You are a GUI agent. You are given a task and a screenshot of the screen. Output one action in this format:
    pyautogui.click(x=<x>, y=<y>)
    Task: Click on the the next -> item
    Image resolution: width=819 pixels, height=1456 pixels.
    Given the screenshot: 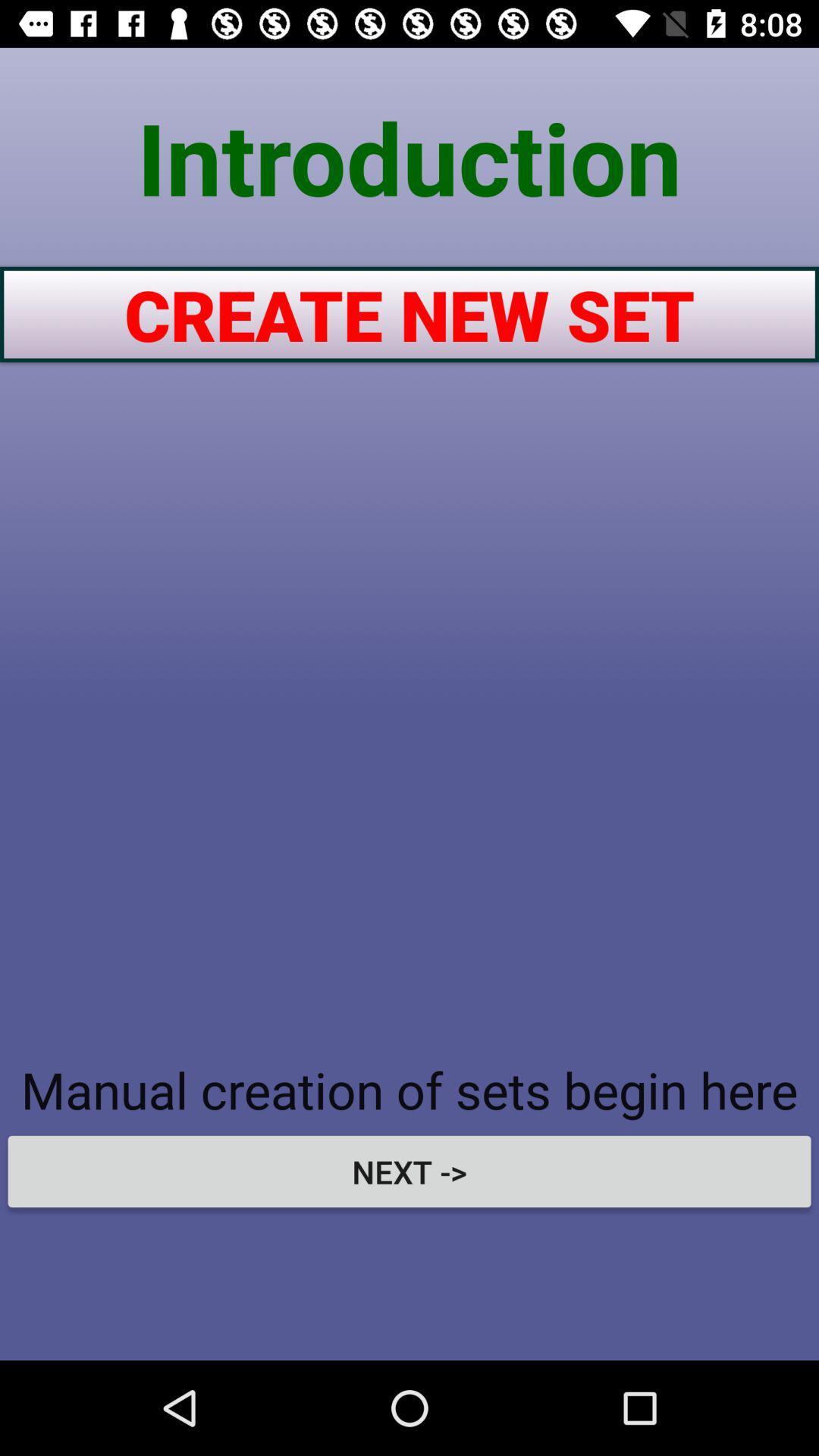 What is the action you would take?
    pyautogui.click(x=409, y=1171)
    